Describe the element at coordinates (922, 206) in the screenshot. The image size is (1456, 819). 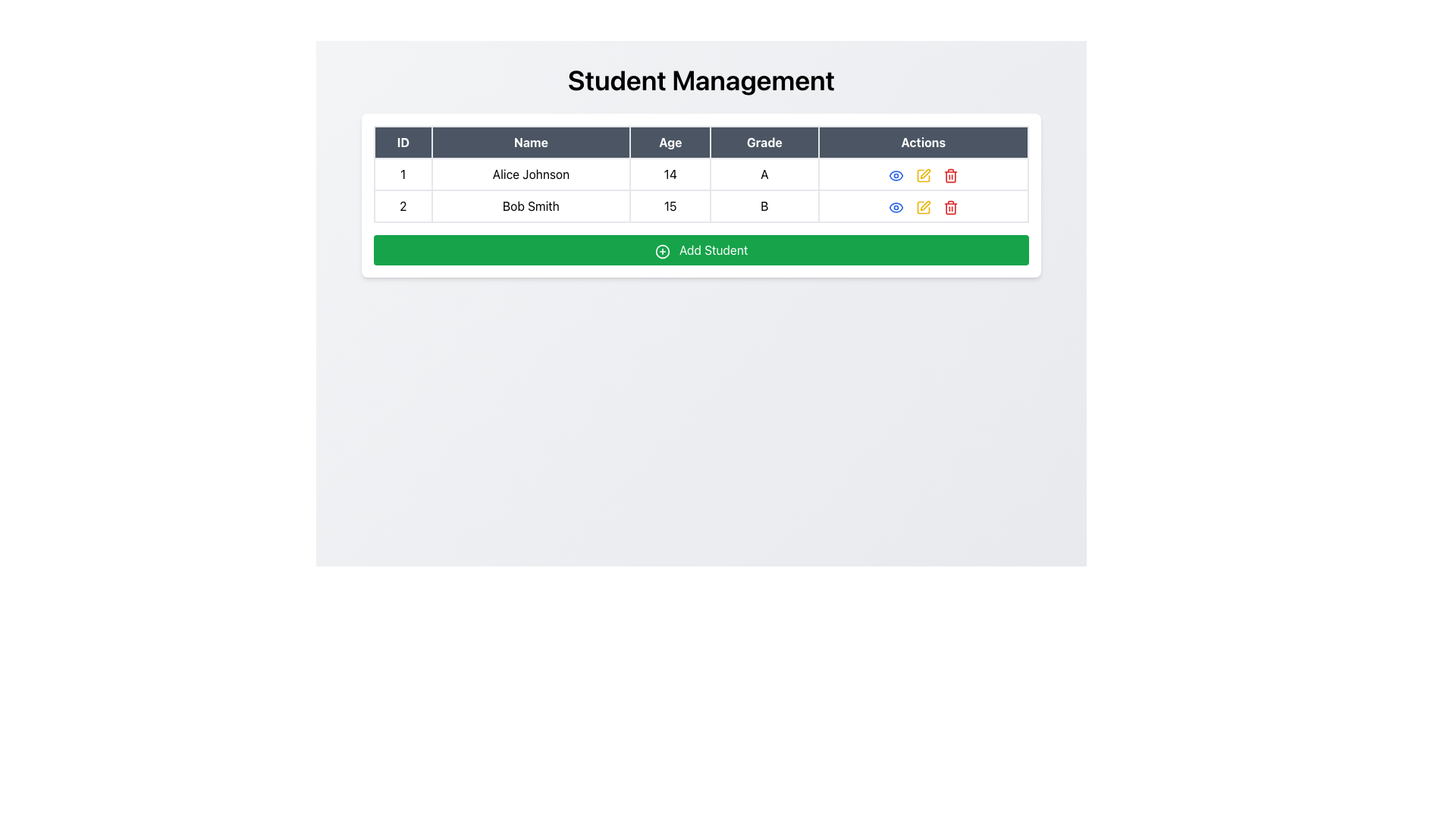
I see `the yellow pen-shaped icon in the 'Actions' column` at that location.